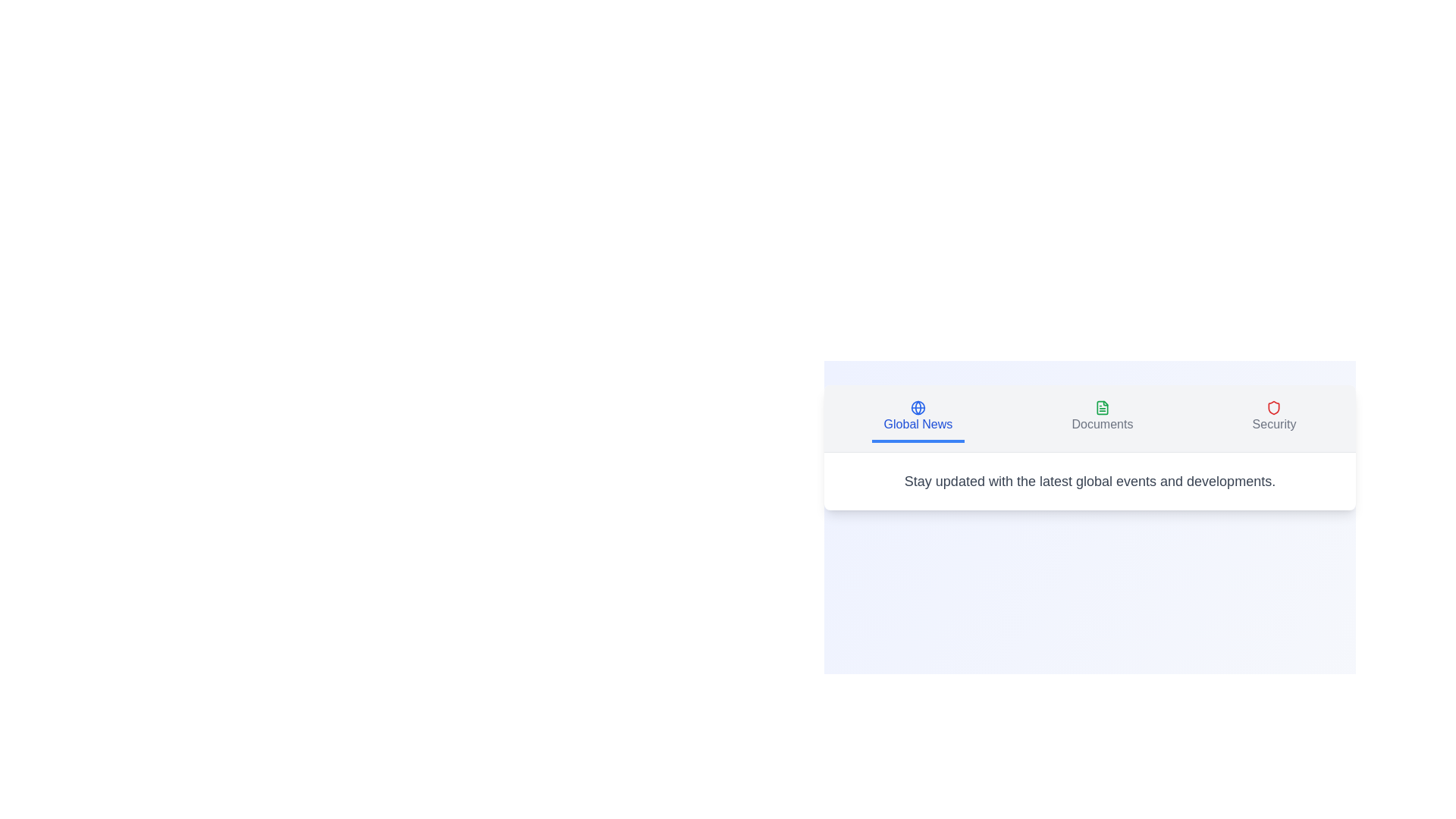 This screenshot has height=819, width=1456. What do you see at coordinates (1102, 418) in the screenshot?
I see `the Documents tab to view its content` at bounding box center [1102, 418].